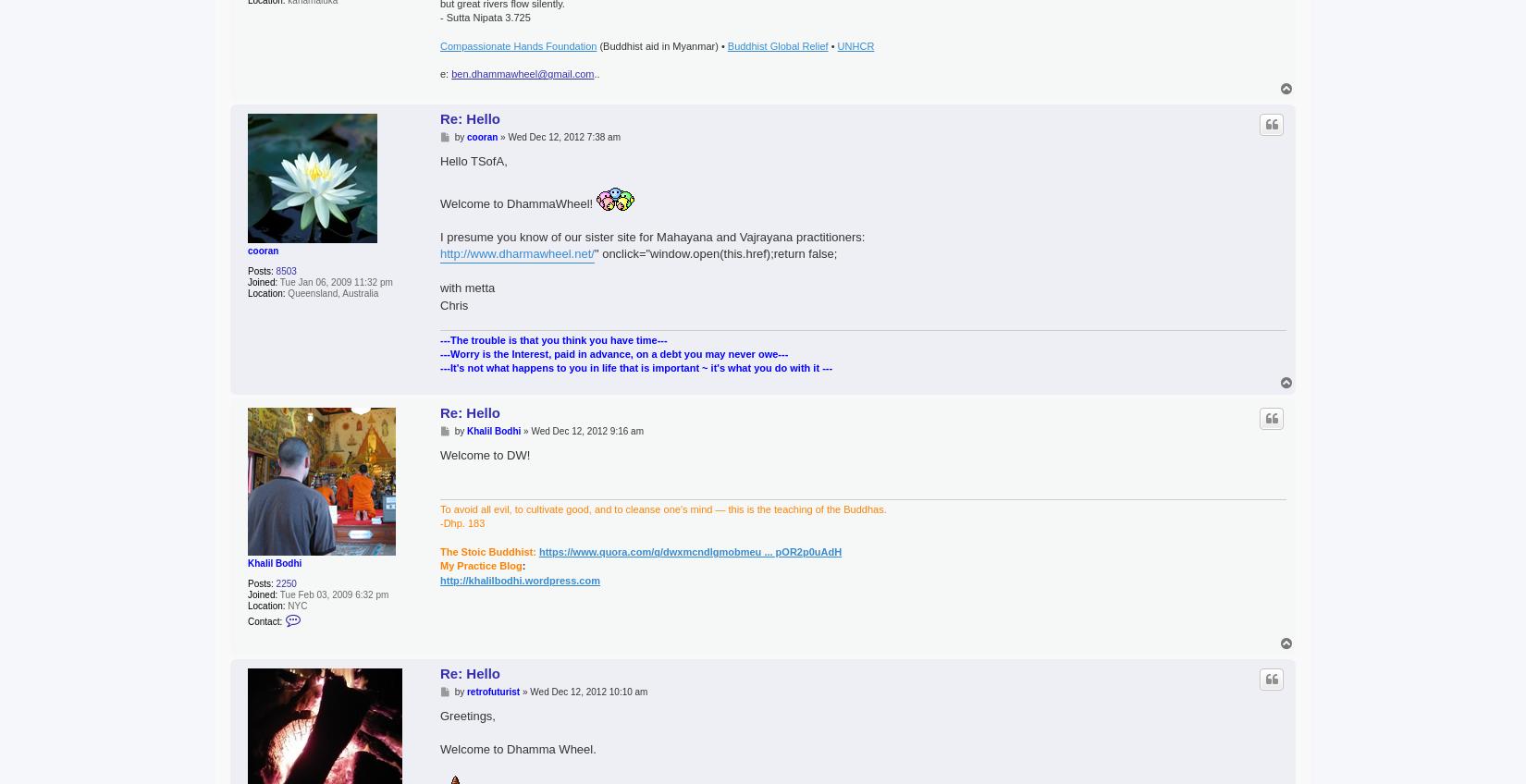 This screenshot has width=1526, height=784. Describe the element at coordinates (331, 292) in the screenshot. I see `'Queensland, Australia'` at that location.